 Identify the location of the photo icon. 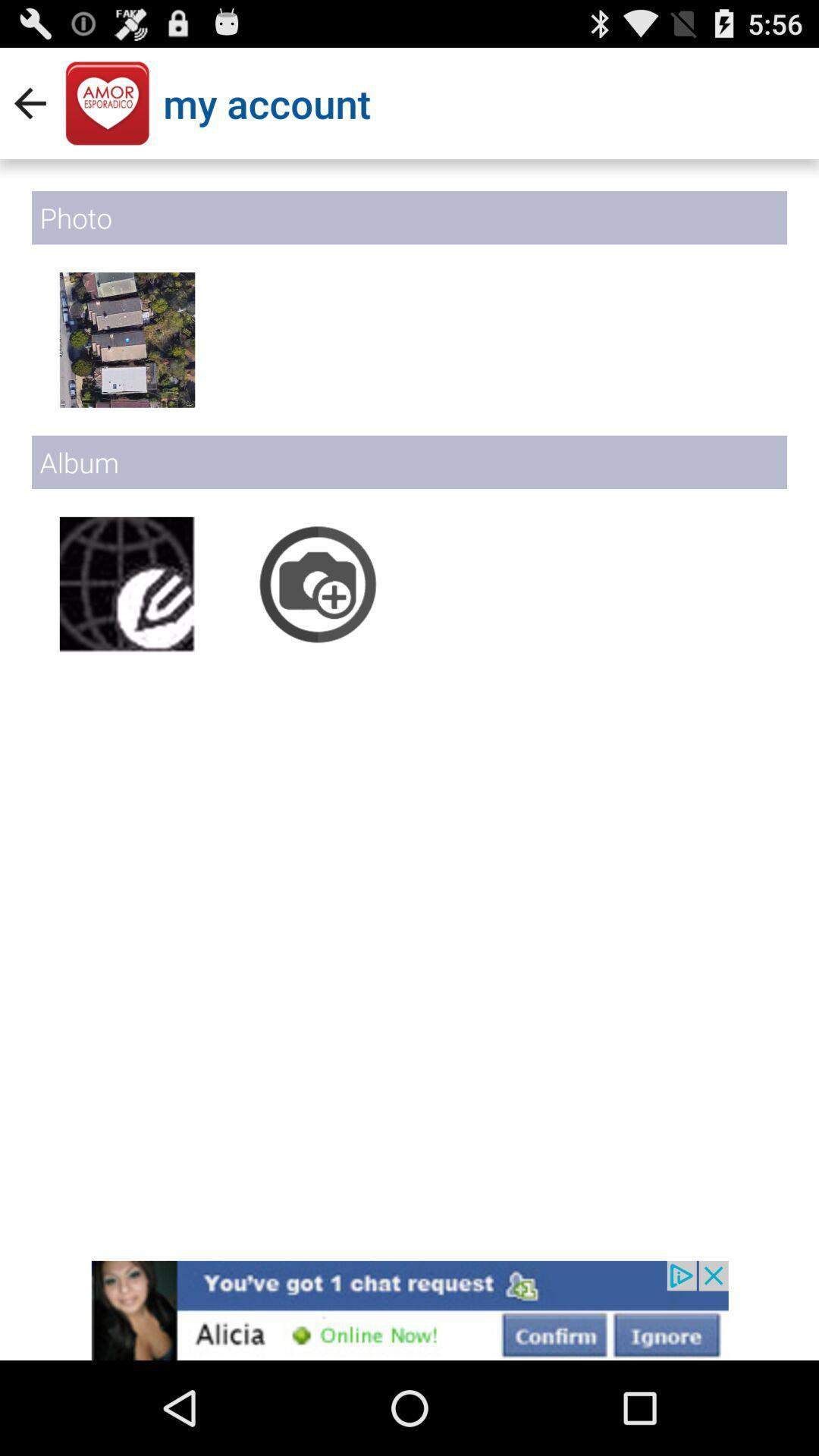
(318, 626).